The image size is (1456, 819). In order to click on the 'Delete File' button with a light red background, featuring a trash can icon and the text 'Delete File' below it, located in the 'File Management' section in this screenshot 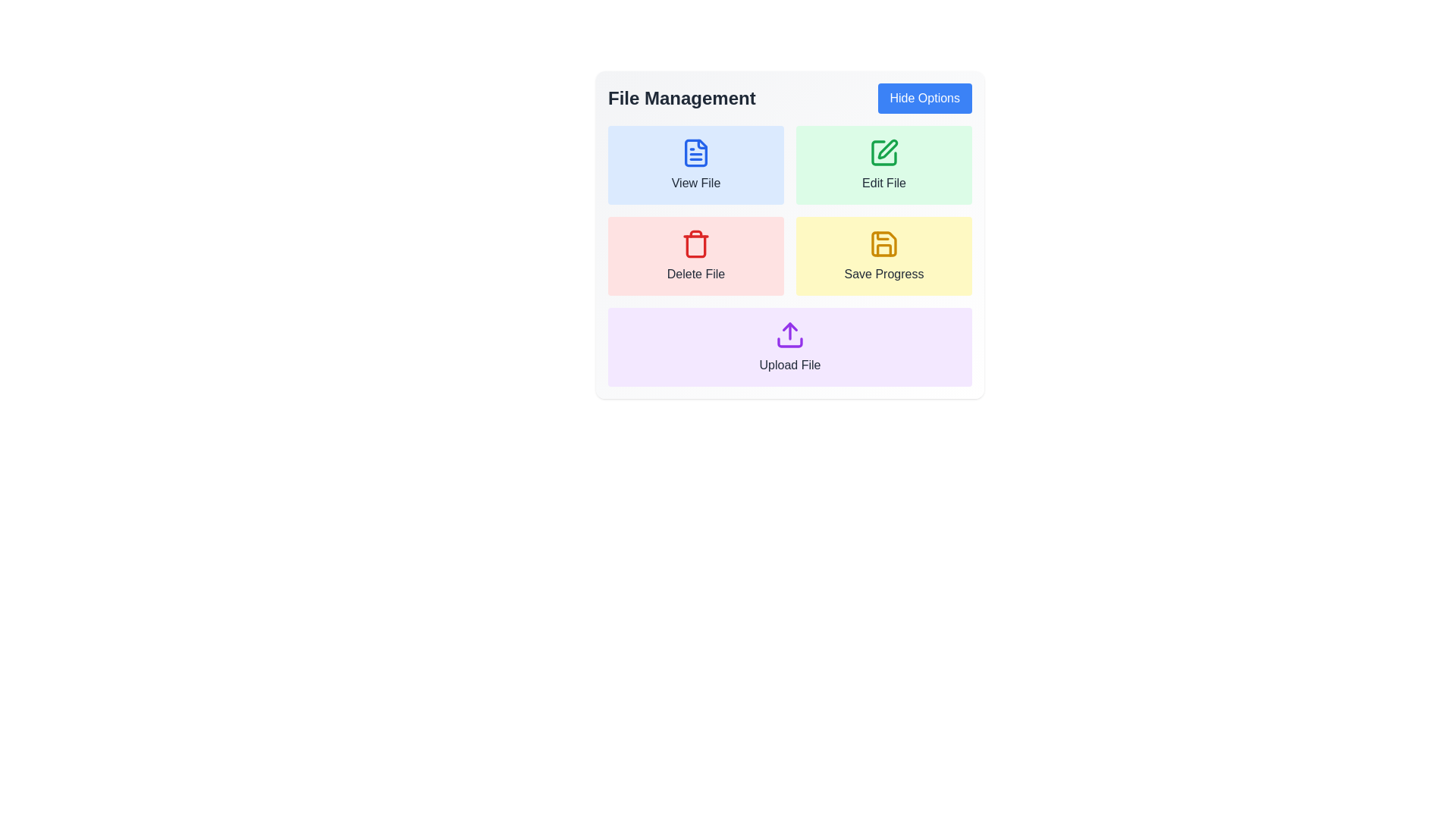, I will do `click(695, 256)`.